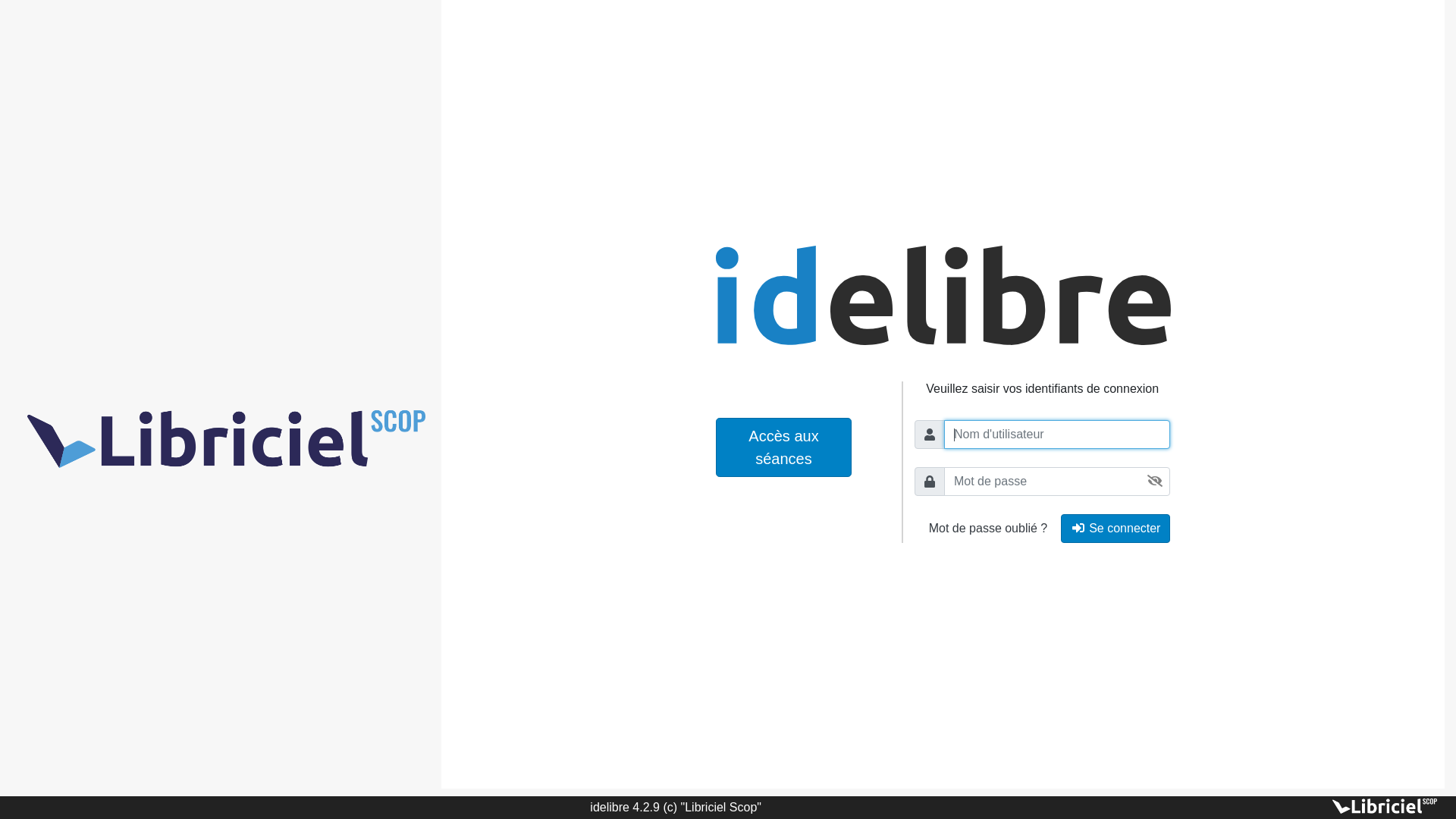  I want to click on 'Se connecter', so click(1116, 528).